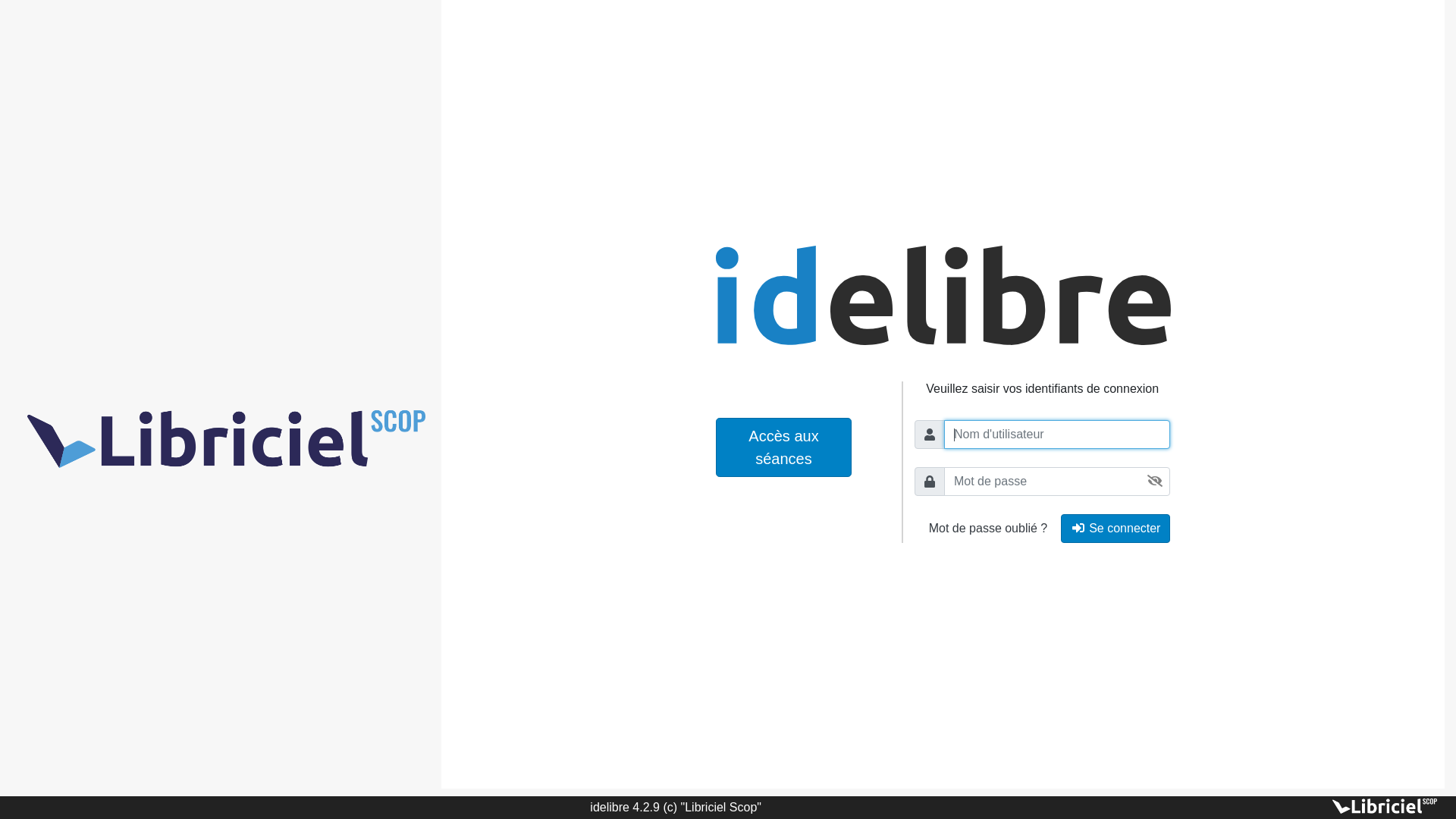  I want to click on 'Se connecter', so click(1116, 528).